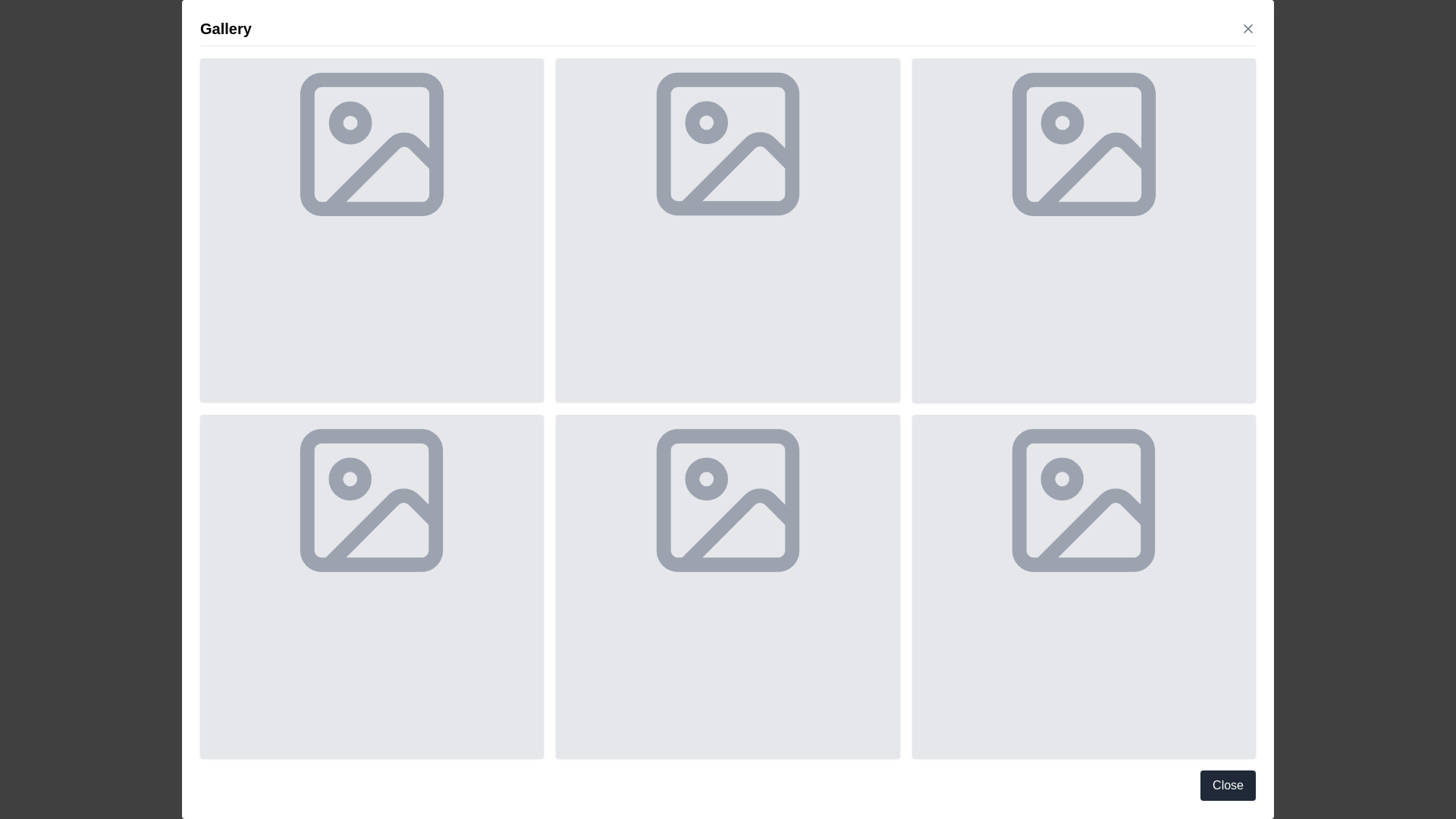 Image resolution: width=1456 pixels, height=819 pixels. I want to click on the small circular feature within the bottom-left icon of the 3x2 grid layout, so click(350, 479).